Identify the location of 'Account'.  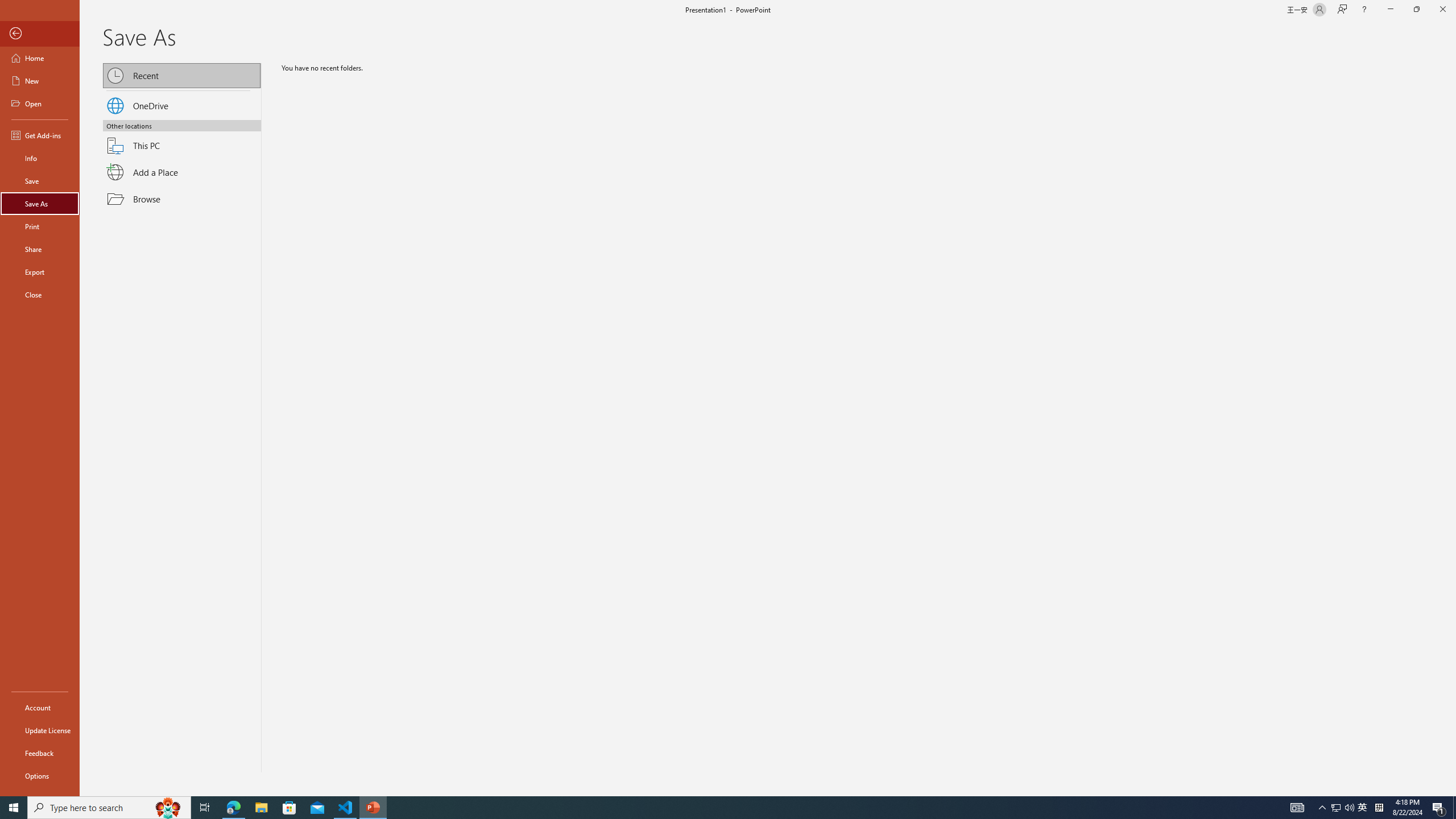
(39, 708).